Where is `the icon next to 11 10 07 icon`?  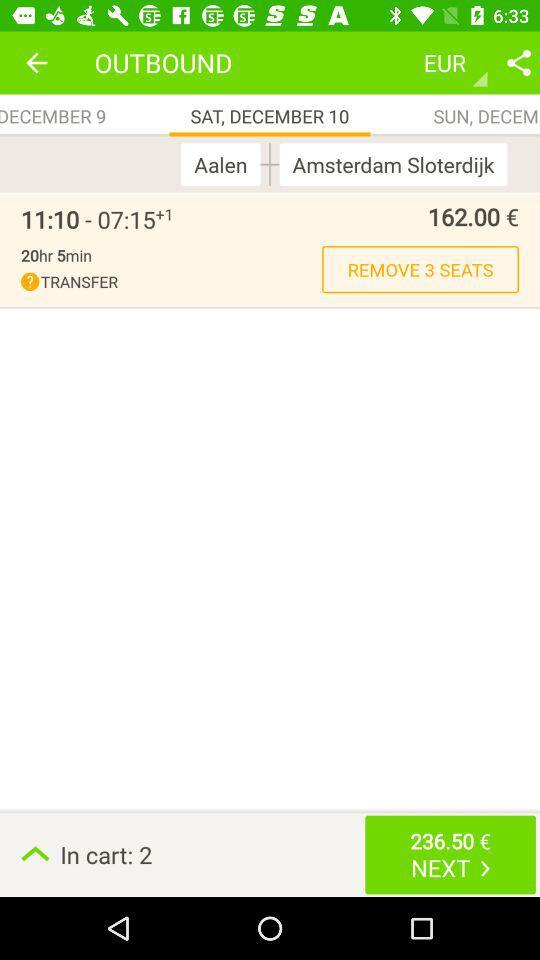 the icon next to 11 10 07 icon is located at coordinates (163, 214).